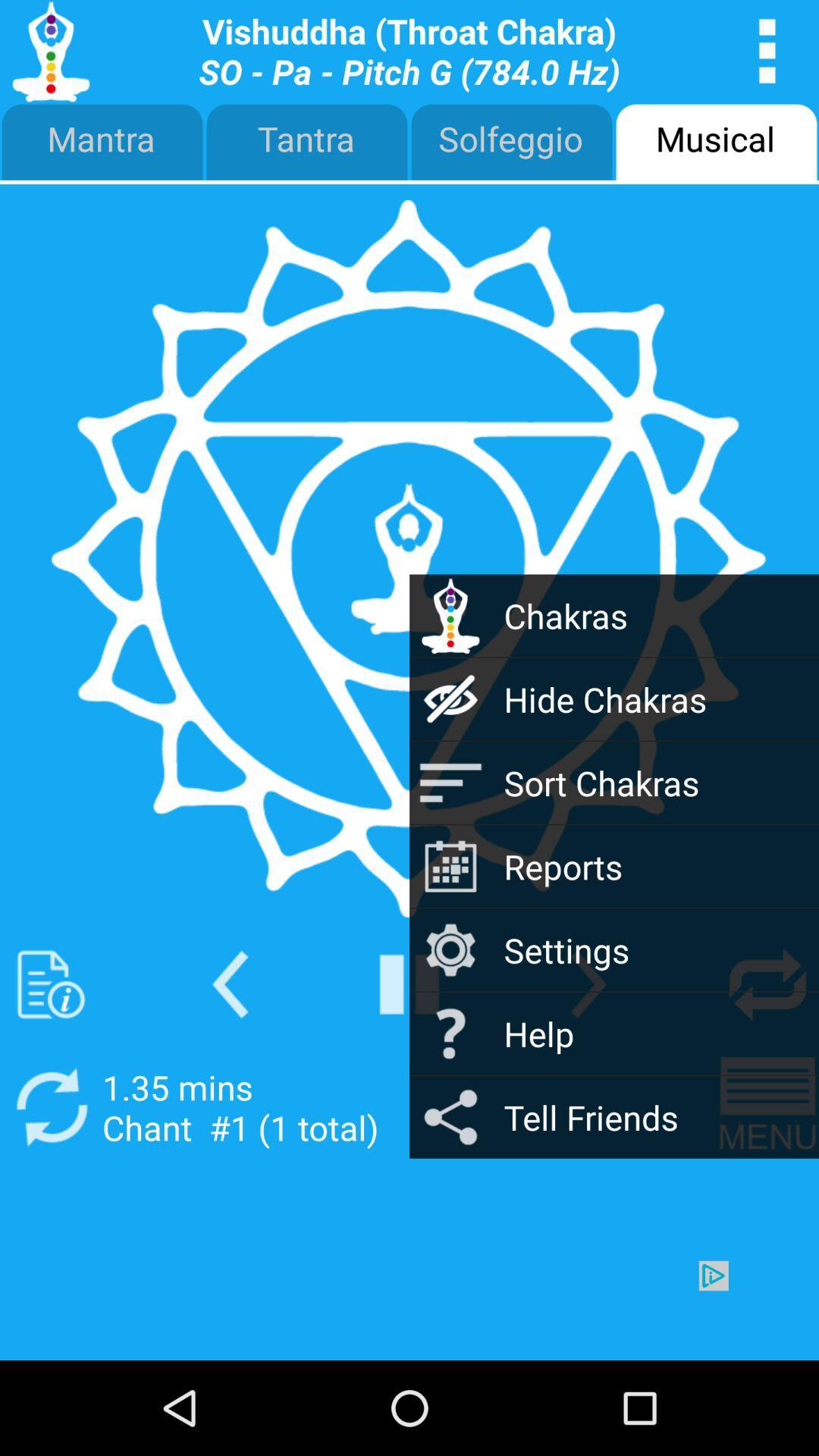 The height and width of the screenshot is (1456, 819). Describe the element at coordinates (767, 51) in the screenshot. I see `settings page` at that location.